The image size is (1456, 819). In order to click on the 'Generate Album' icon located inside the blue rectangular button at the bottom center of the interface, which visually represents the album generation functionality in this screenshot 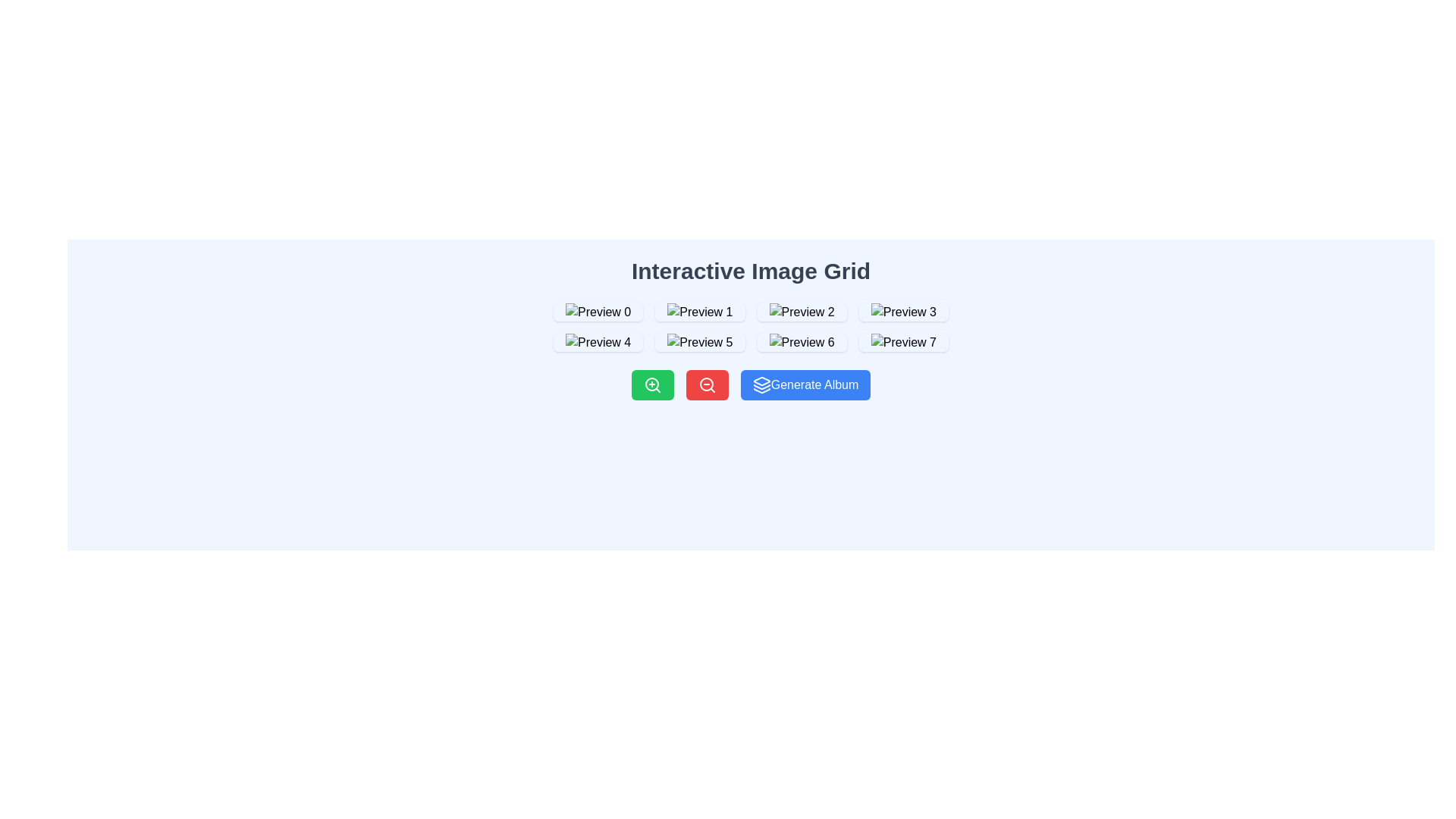, I will do `click(761, 384)`.